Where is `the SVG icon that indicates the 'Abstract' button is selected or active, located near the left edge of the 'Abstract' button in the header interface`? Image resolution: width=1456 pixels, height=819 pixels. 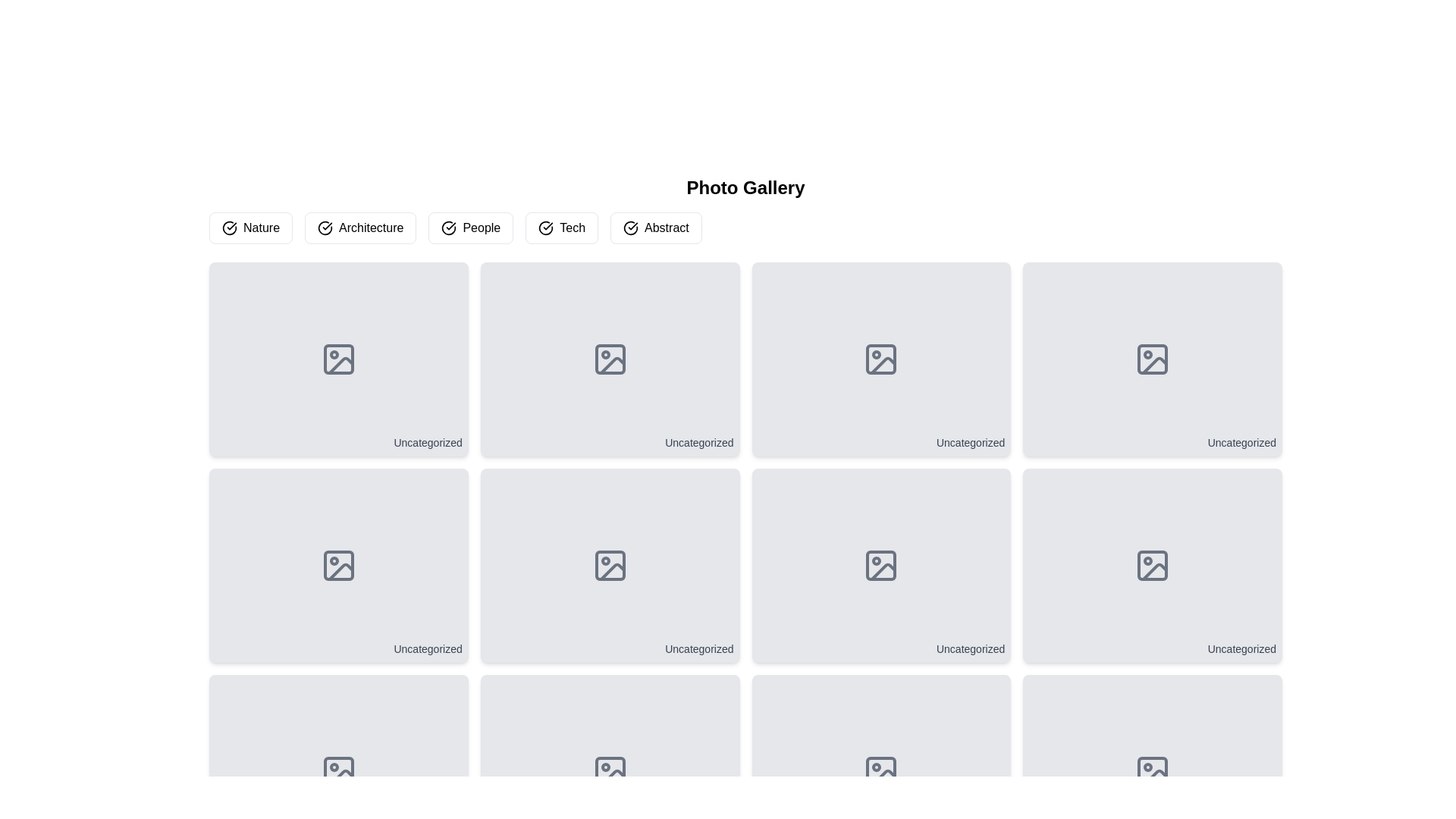 the SVG icon that indicates the 'Abstract' button is selected or active, located near the left edge of the 'Abstract' button in the header interface is located at coordinates (630, 227).